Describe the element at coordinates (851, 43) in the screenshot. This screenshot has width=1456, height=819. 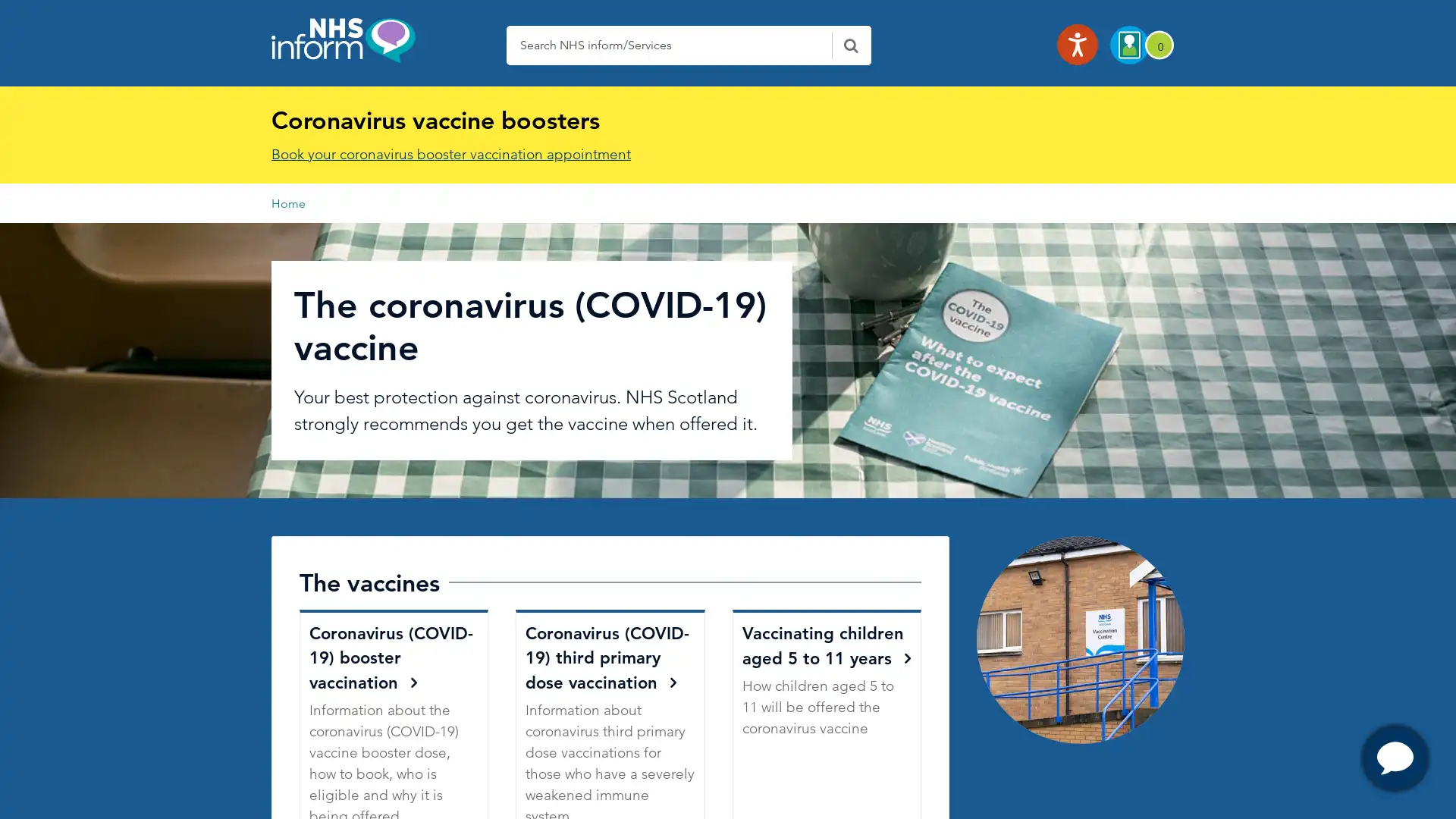
I see `Search NHS Inform - Click here to submit this form` at that location.